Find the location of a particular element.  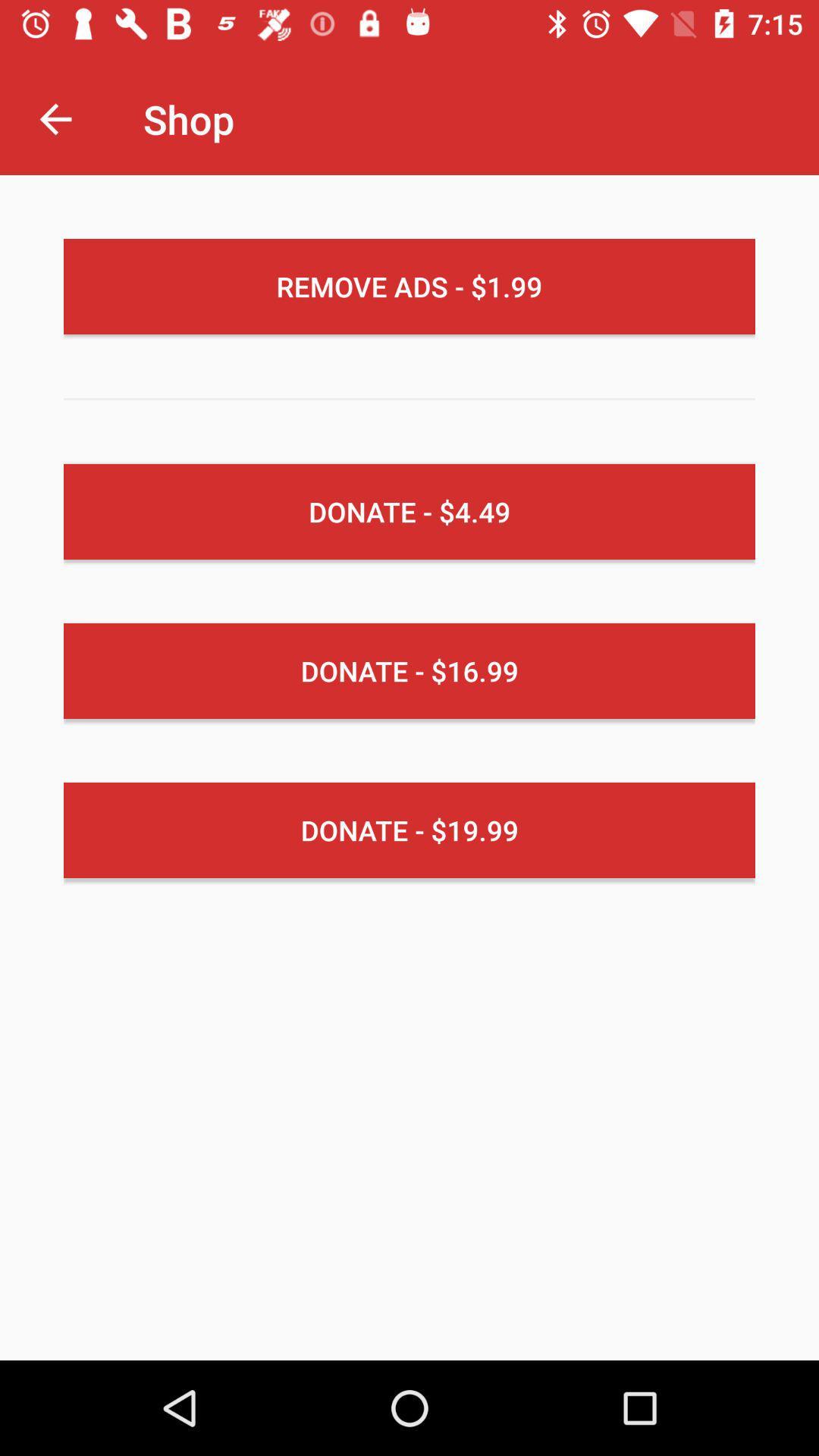

the remove ads 1 is located at coordinates (409, 287).